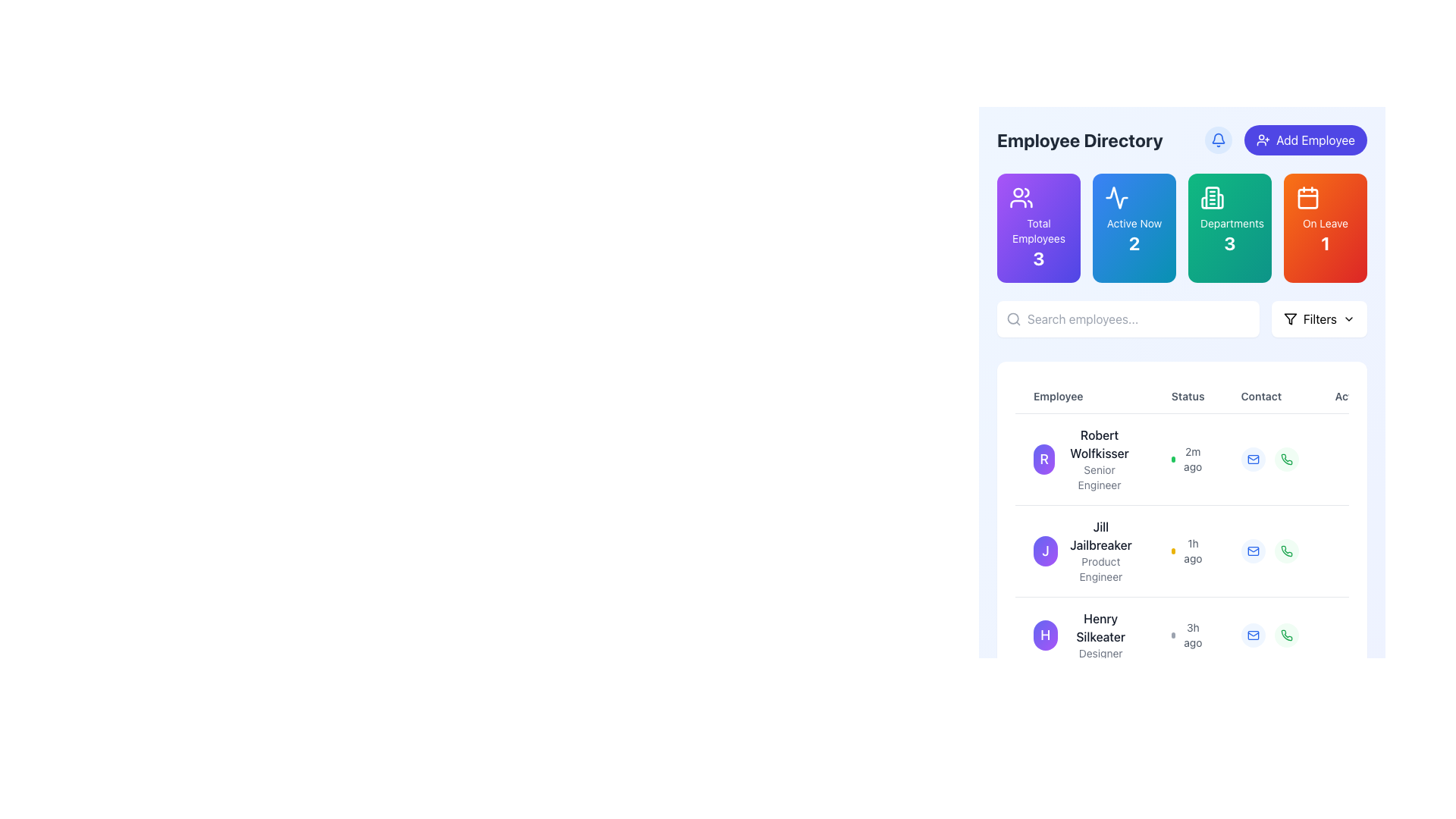 The height and width of the screenshot is (819, 1456). What do you see at coordinates (1285, 458) in the screenshot?
I see `the calling icon in the 'Contact' section for 'Jill Jailbreaker'` at bounding box center [1285, 458].